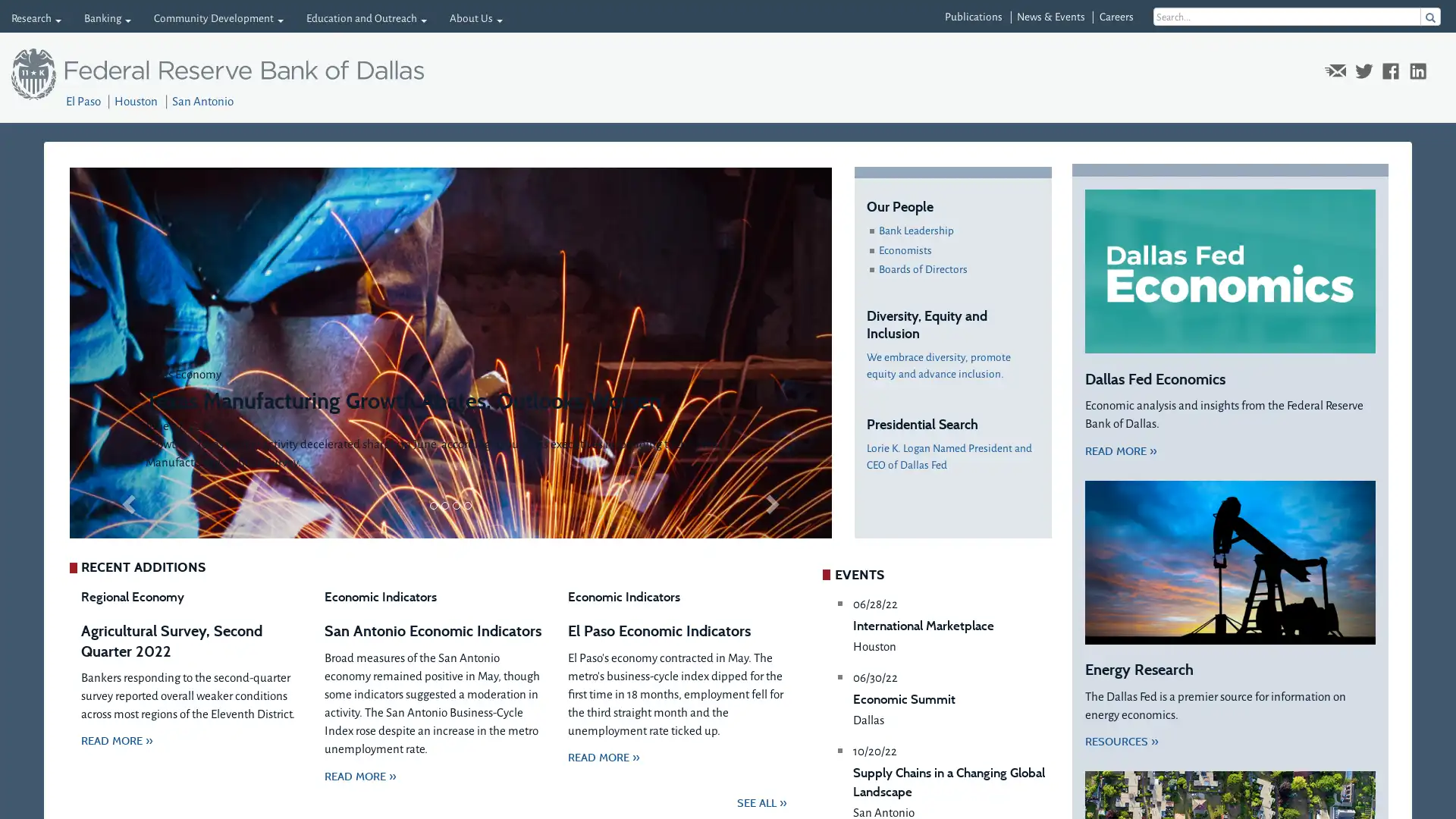  Describe the element at coordinates (126, 353) in the screenshot. I see `Previous` at that location.